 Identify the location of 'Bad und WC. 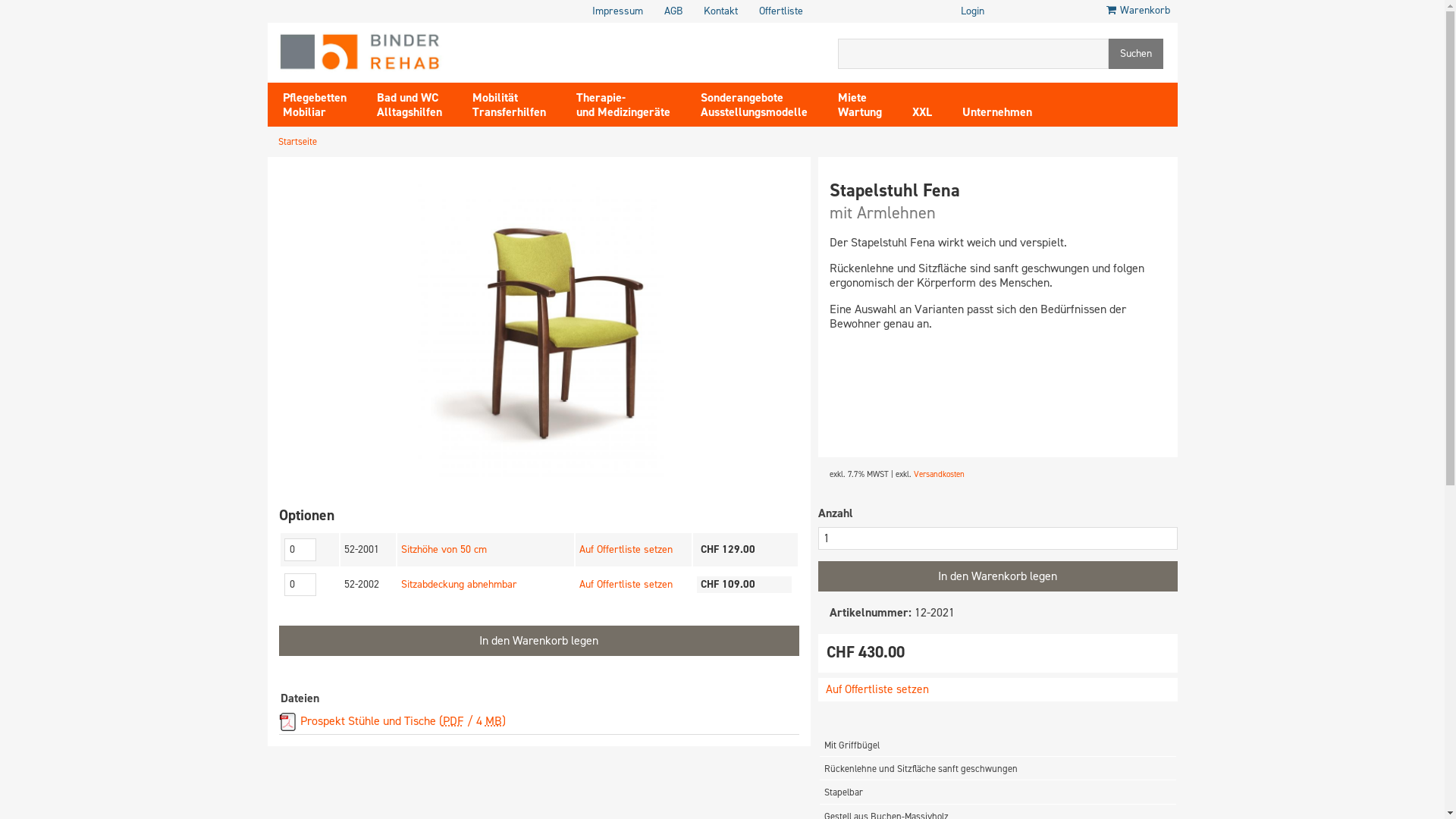
(408, 103).